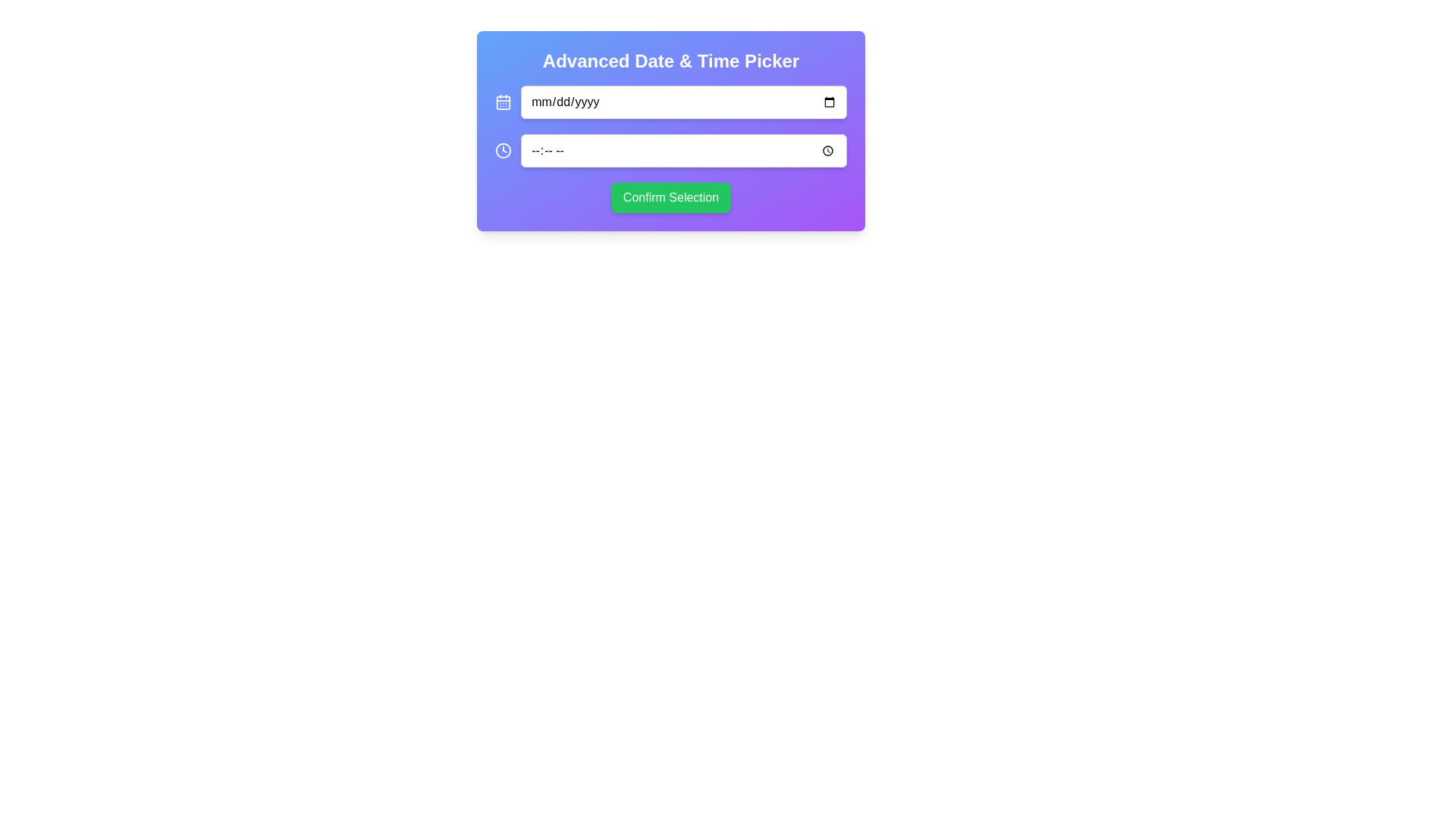 The width and height of the screenshot is (1456, 819). I want to click on the confirmation button located at the bottom of the 'Advanced Date & Time Picker' form to finalize the user's inputs, so click(670, 197).